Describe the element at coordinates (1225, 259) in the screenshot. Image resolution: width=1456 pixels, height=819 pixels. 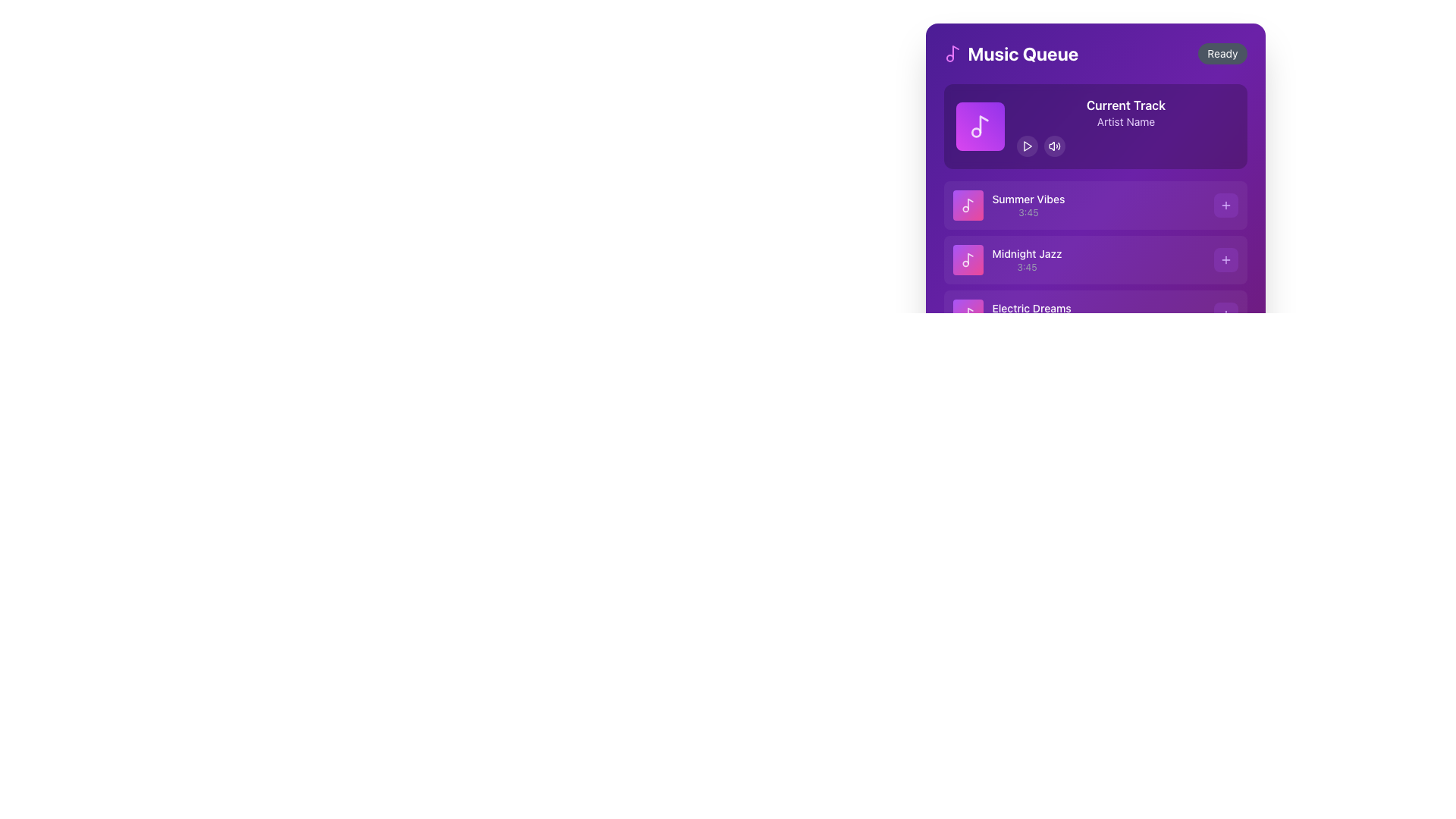
I see `the button to add the 'Midnight Jazz' song to the queue for visual feedback` at that location.